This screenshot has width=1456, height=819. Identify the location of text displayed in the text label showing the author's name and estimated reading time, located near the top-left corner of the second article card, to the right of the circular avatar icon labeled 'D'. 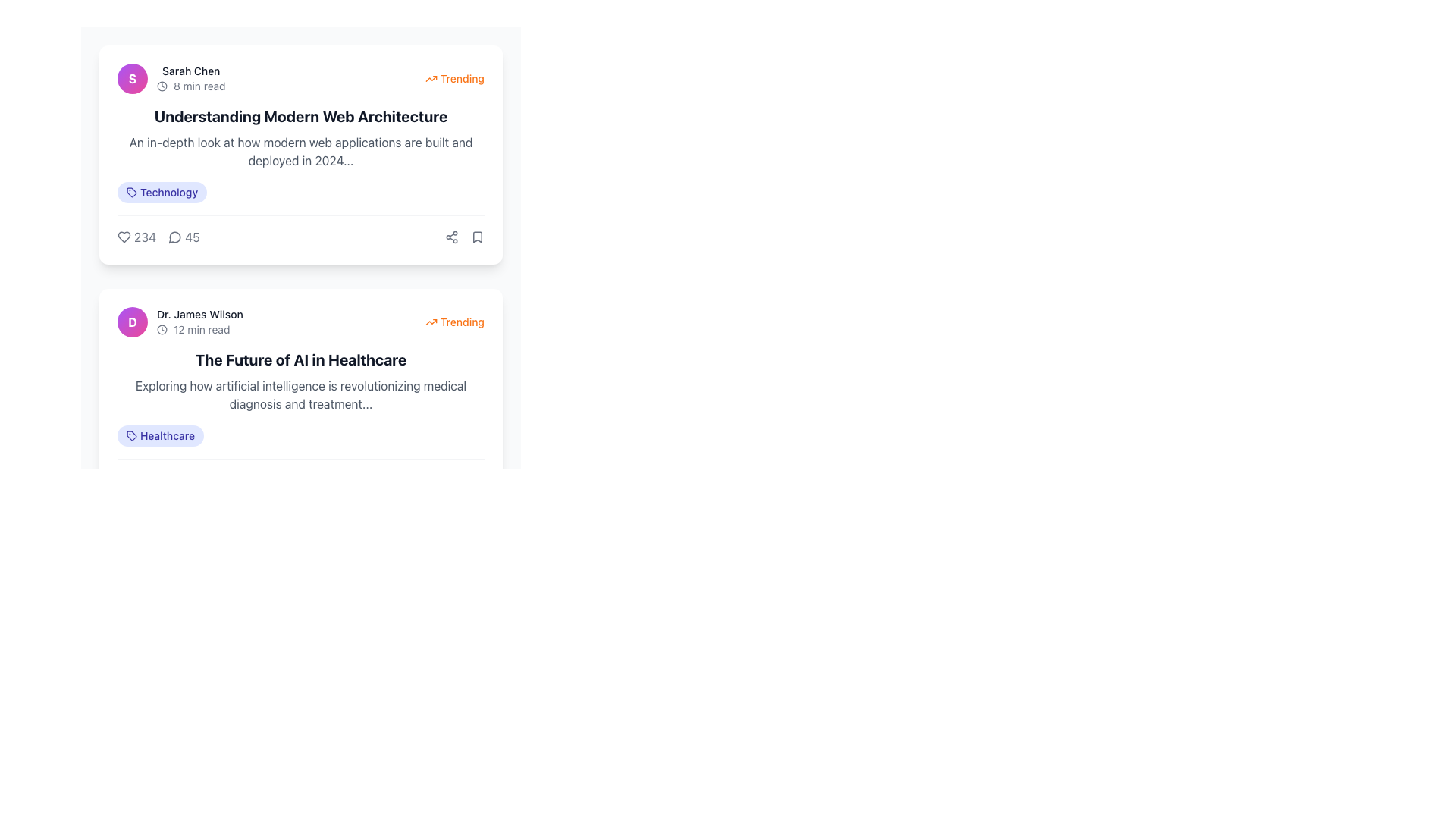
(199, 321).